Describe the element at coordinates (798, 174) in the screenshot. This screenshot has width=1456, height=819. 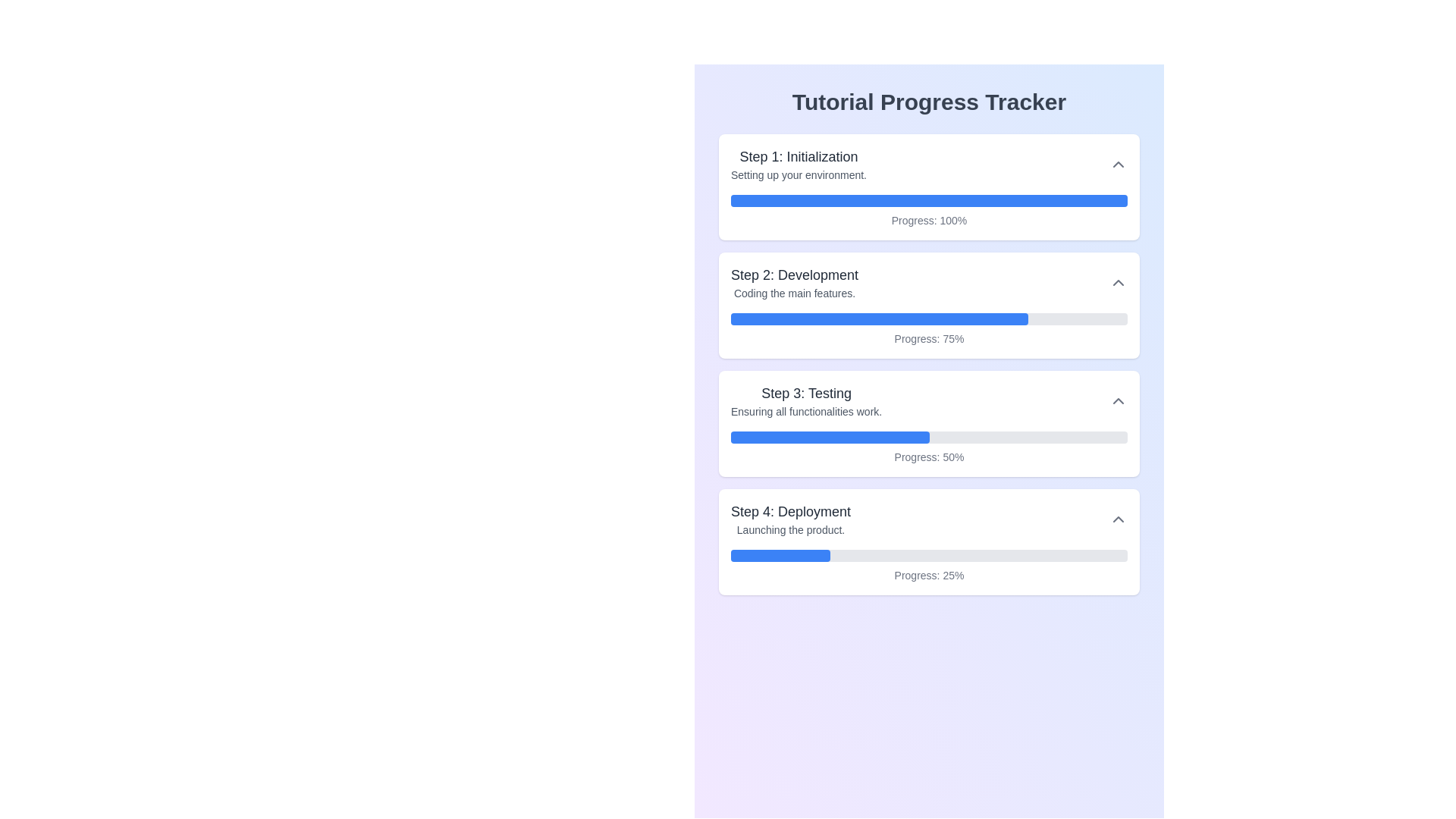
I see `the descriptive text positioned below the bold title 'Step 1: Initialization' in the progress tracker interface` at that location.